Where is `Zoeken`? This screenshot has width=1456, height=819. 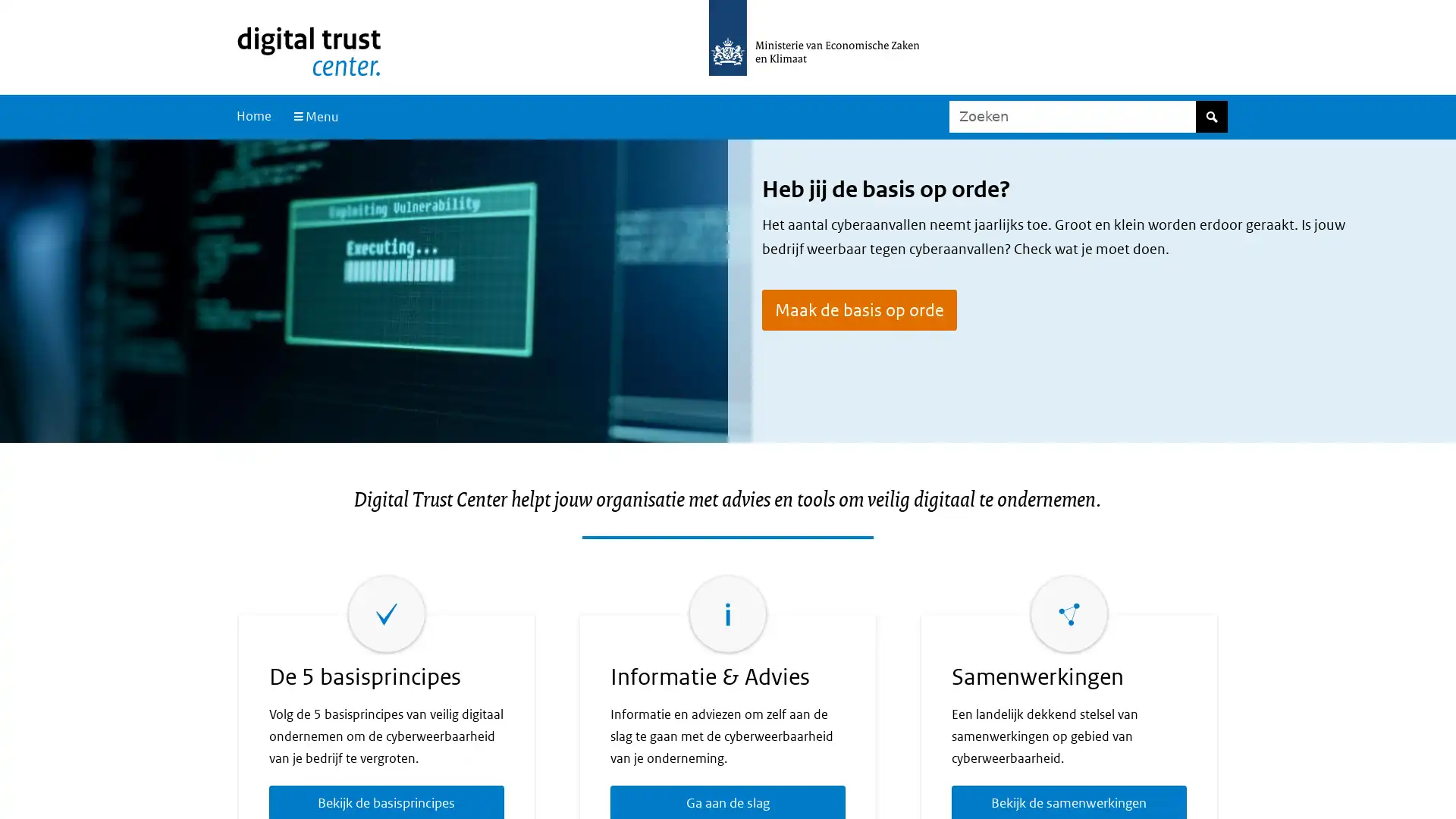
Zoeken is located at coordinates (1210, 116).